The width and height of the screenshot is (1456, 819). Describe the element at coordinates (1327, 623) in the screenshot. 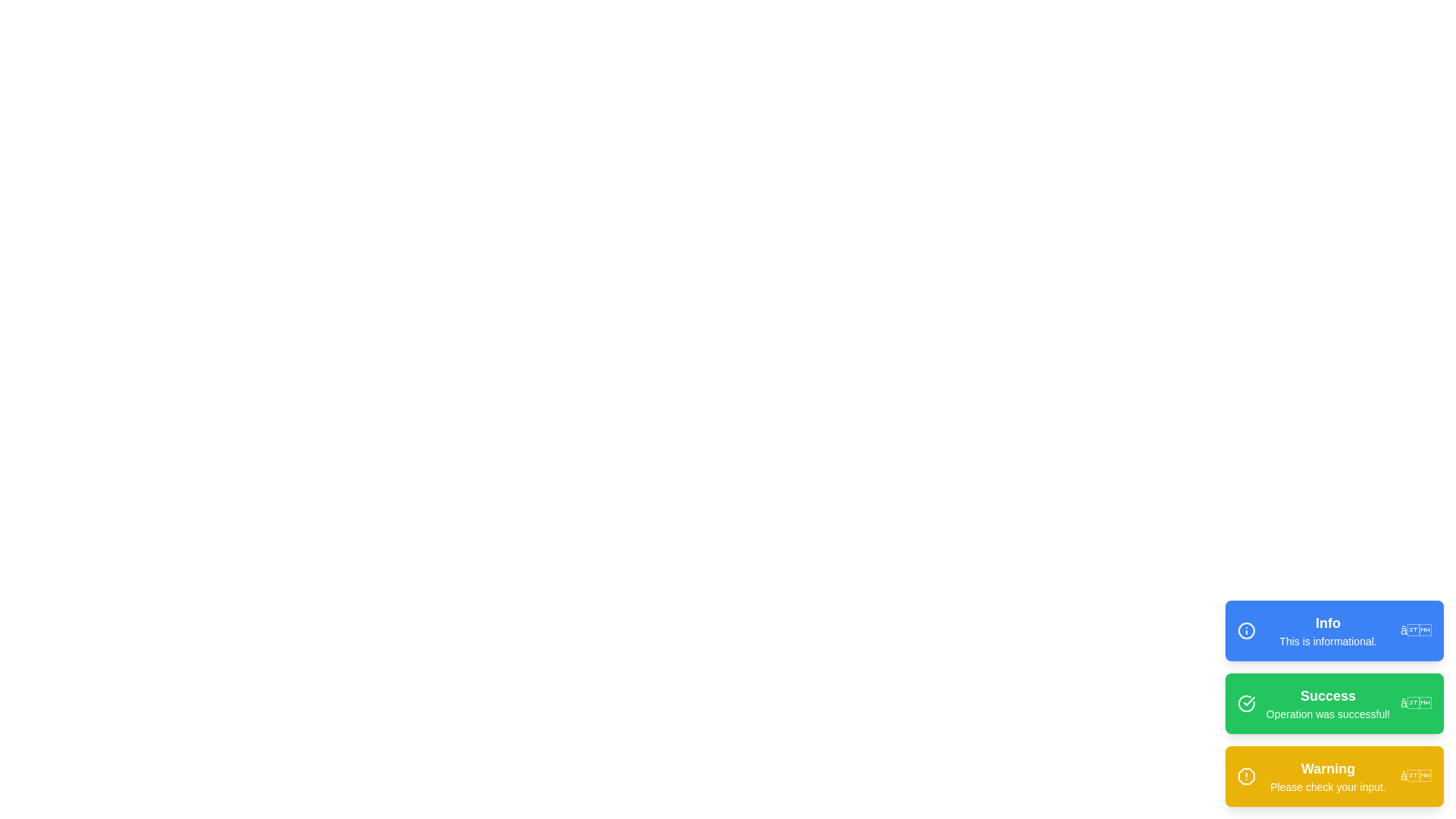

I see `prominent bold text element displaying the word 'Info' located within the upper blue notification box` at that location.